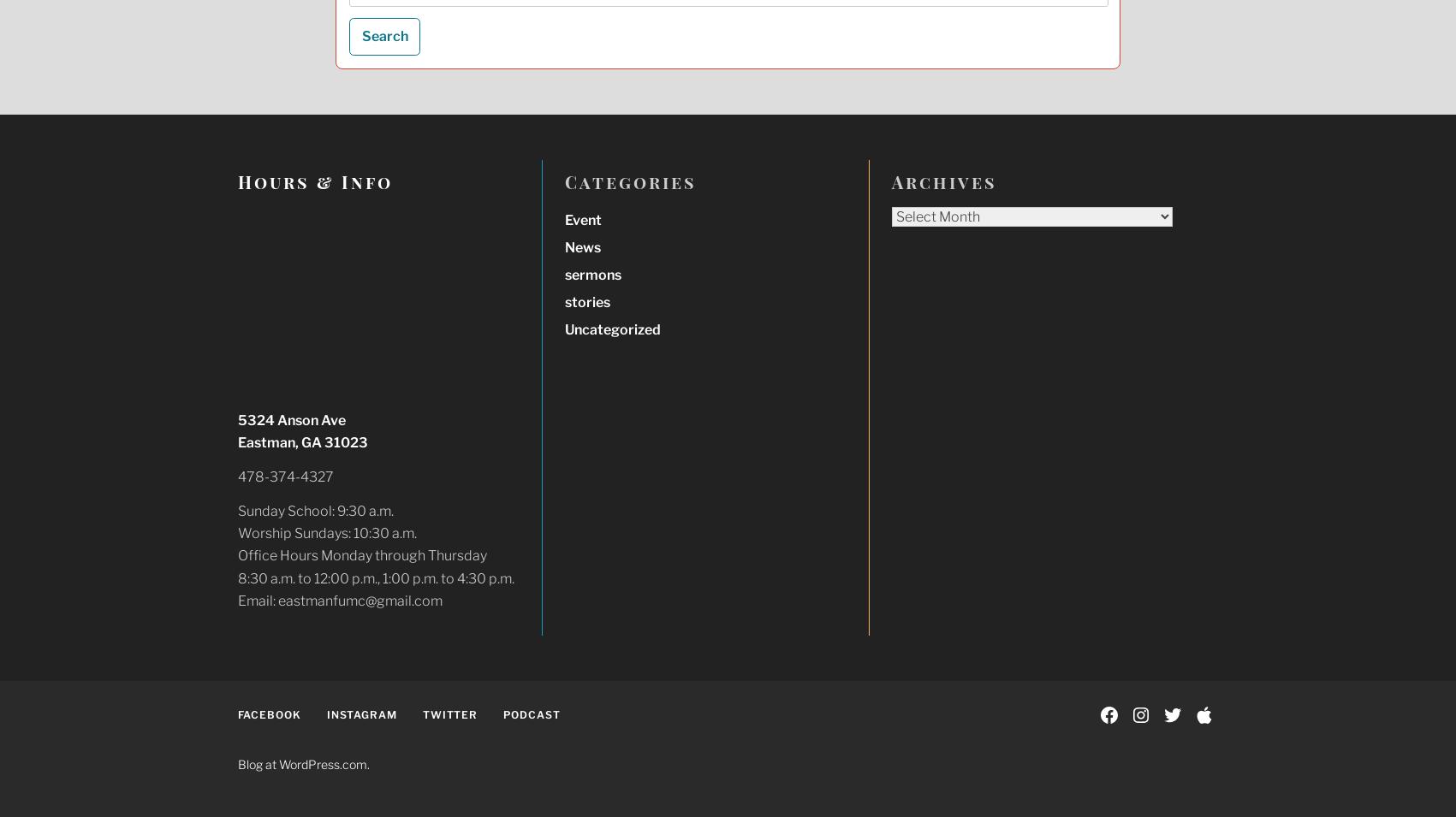  What do you see at coordinates (285, 477) in the screenshot?
I see `'478-374-4327'` at bounding box center [285, 477].